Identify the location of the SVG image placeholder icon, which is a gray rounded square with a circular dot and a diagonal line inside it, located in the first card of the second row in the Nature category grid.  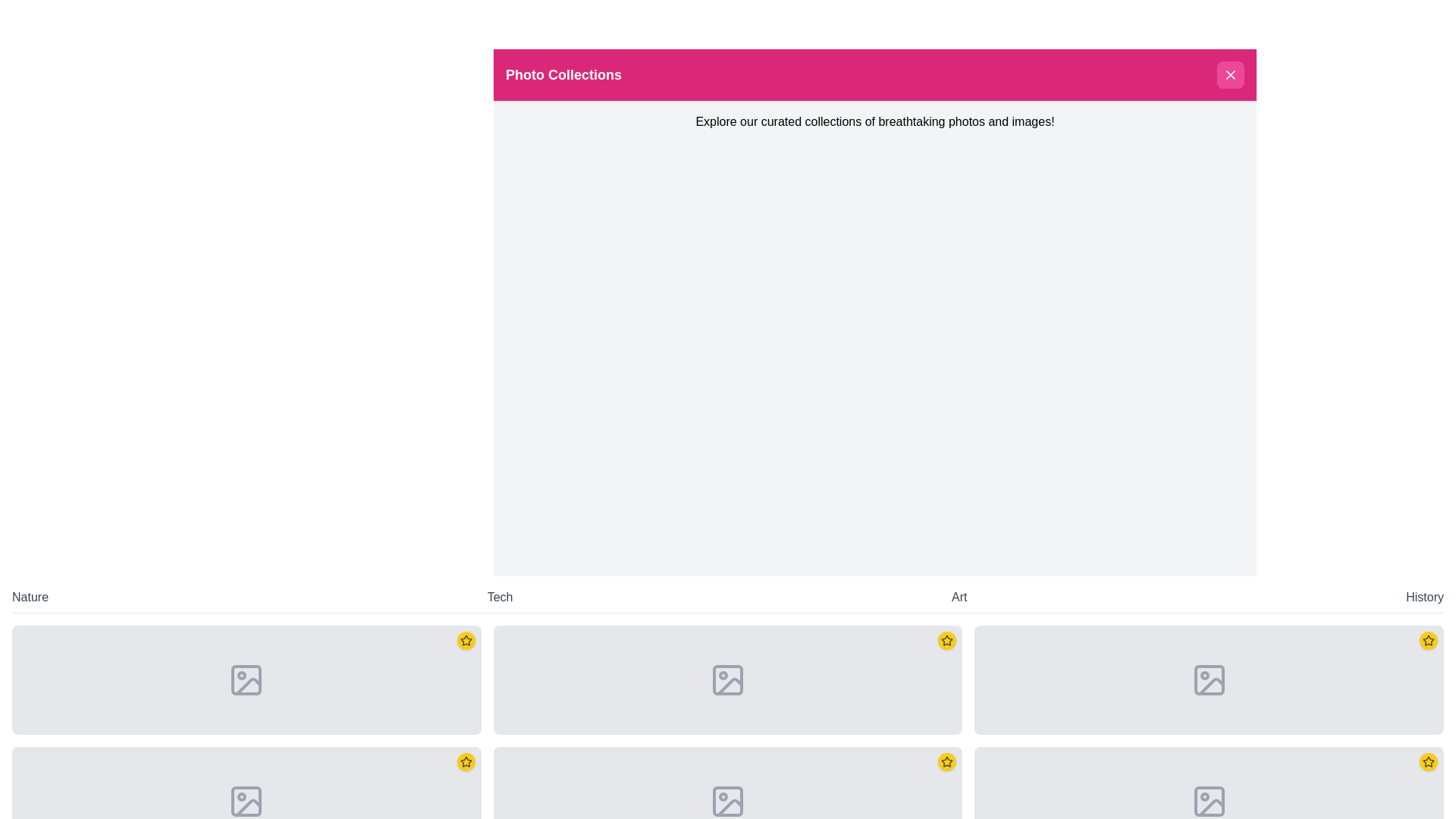
(246, 679).